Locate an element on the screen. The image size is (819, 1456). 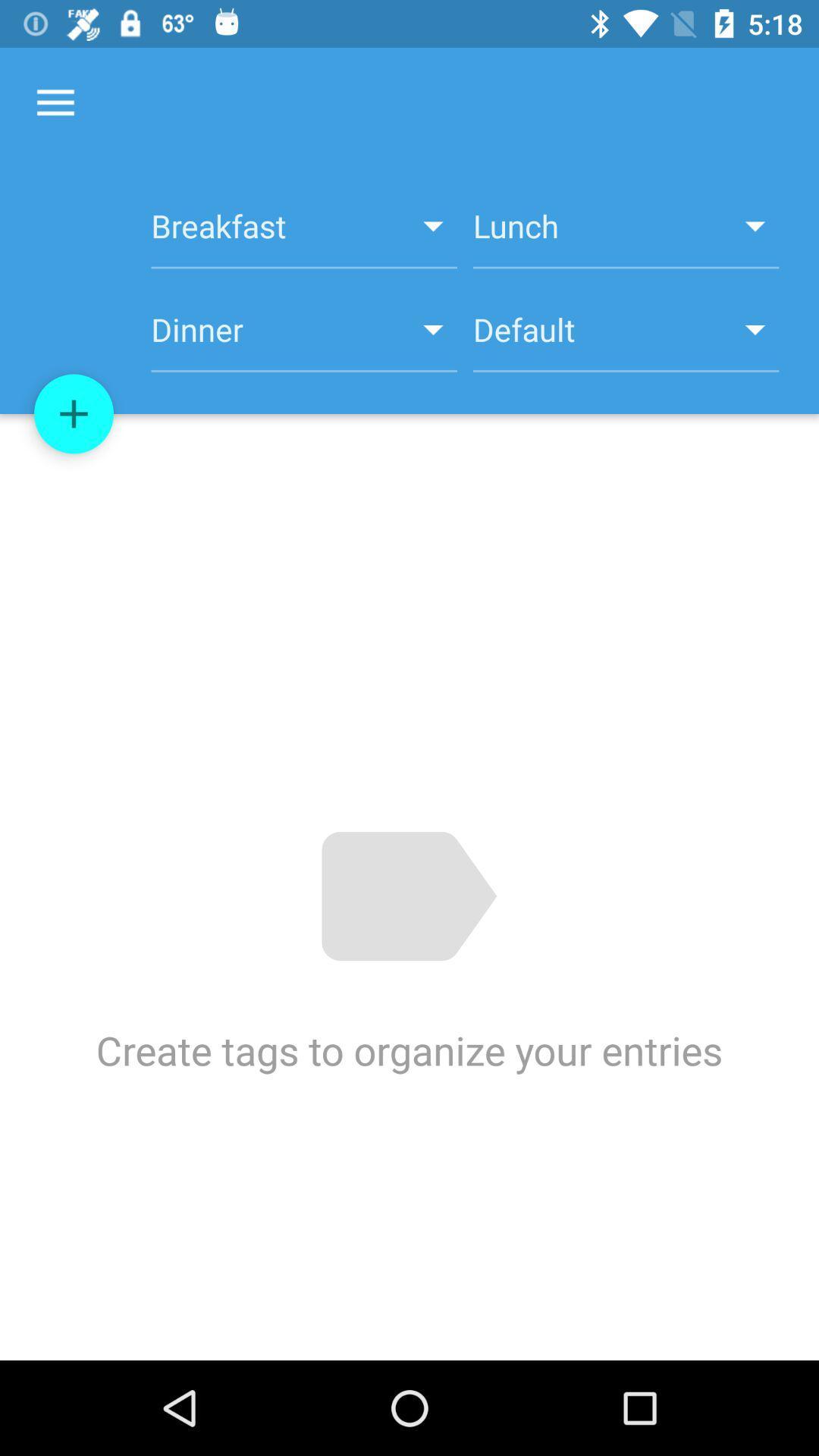
the icon next to lunch is located at coordinates (304, 234).